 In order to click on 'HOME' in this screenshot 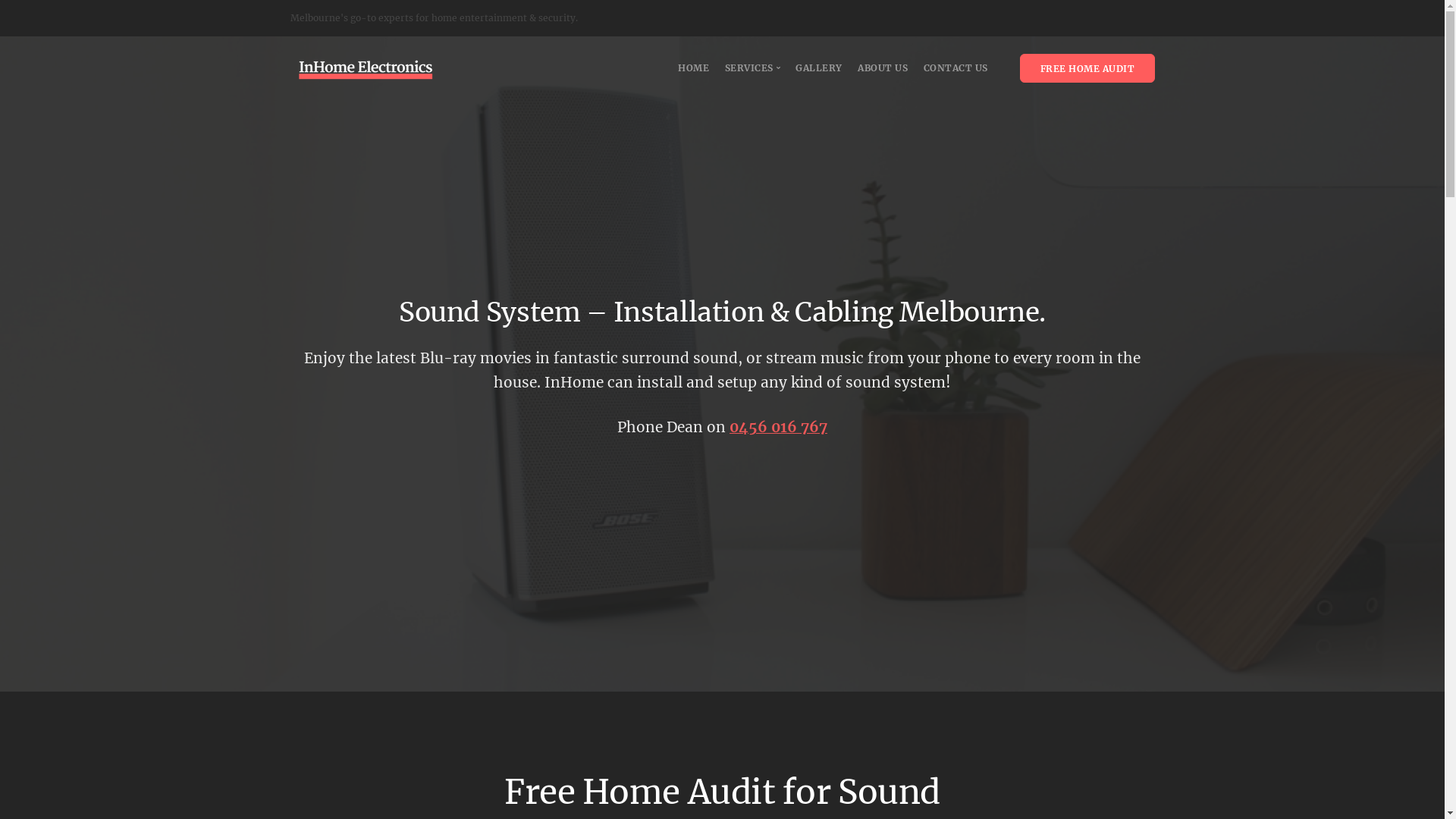, I will do `click(676, 67)`.